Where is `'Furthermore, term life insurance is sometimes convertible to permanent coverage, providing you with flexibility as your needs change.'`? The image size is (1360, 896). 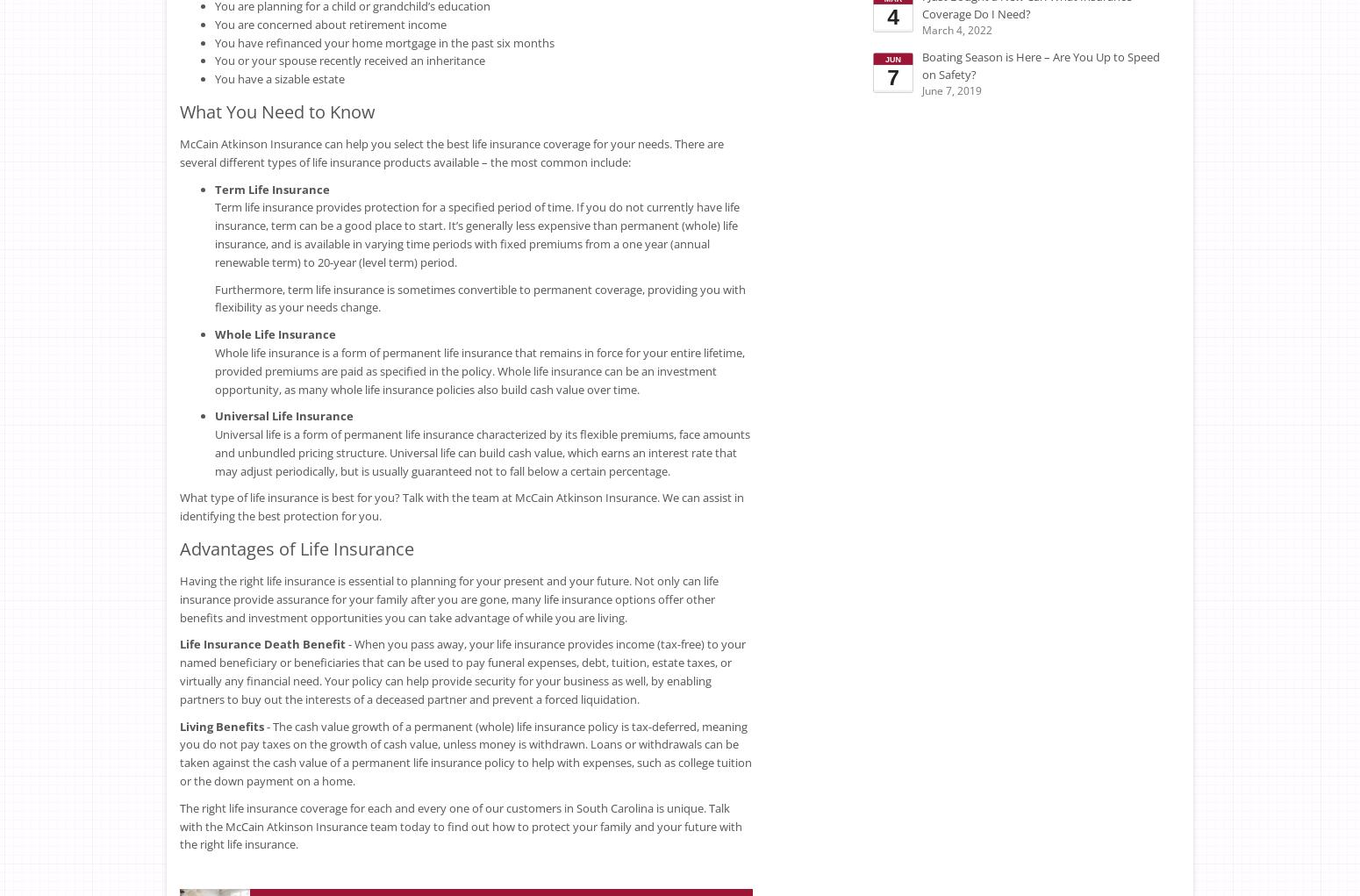
'Furthermore, term life insurance is sometimes convertible to permanent coverage, providing you with flexibility as your needs change.' is located at coordinates (480, 297).